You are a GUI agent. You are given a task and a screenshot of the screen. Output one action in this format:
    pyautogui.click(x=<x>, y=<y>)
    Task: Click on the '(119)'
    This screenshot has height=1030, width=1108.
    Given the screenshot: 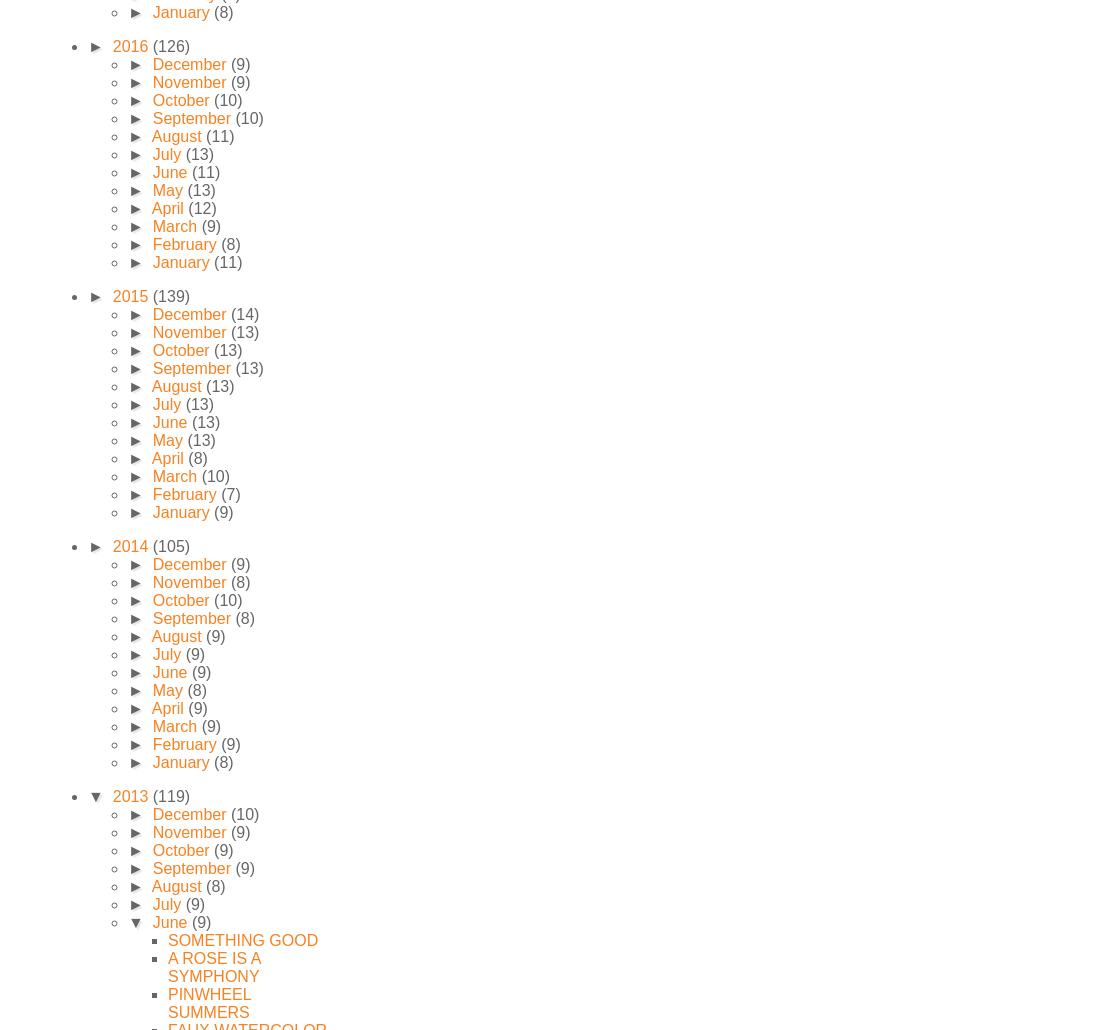 What is the action you would take?
    pyautogui.click(x=169, y=795)
    